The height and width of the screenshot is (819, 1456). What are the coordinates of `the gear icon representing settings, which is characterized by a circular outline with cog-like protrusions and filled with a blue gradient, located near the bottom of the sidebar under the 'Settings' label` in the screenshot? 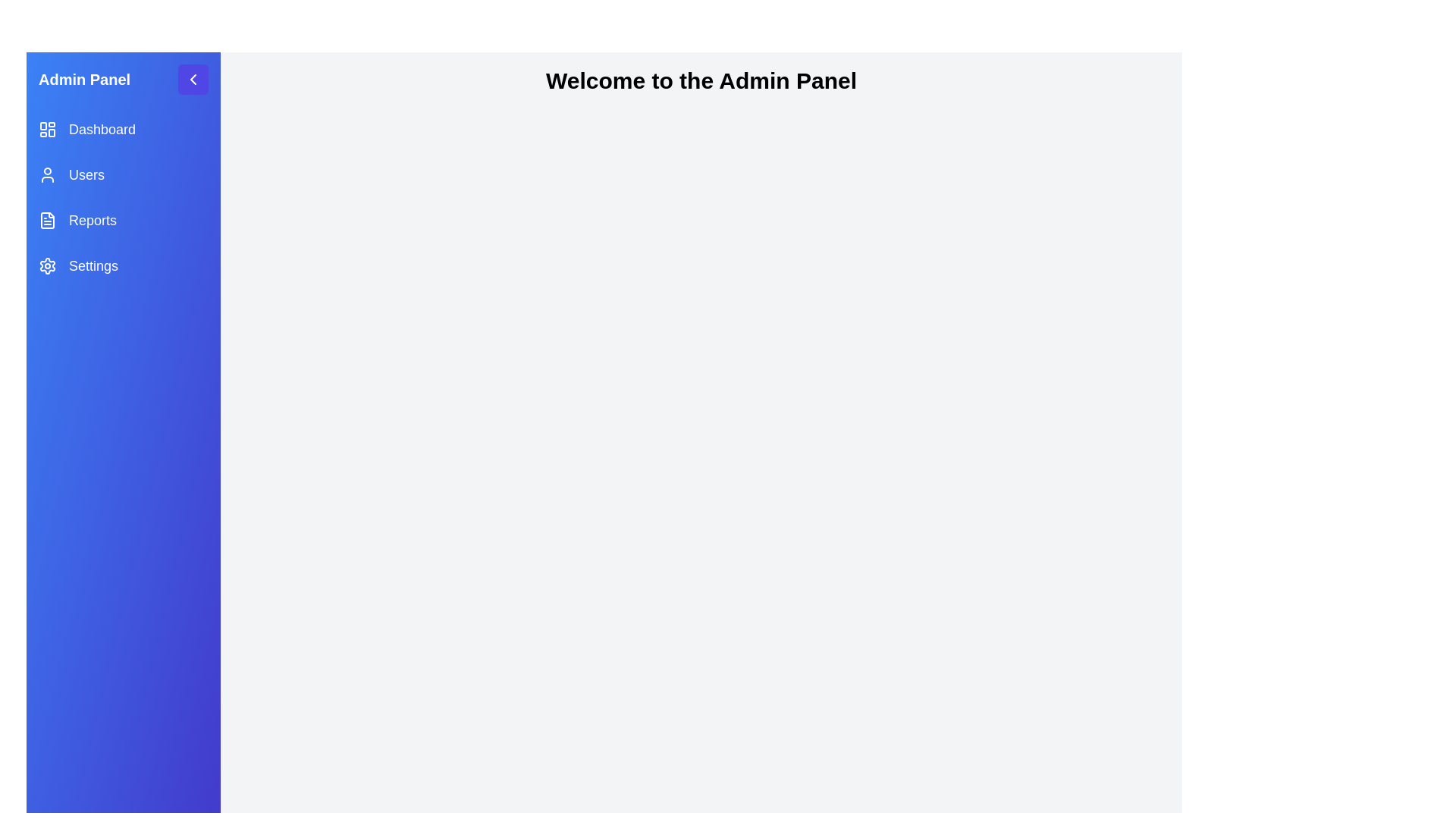 It's located at (47, 265).